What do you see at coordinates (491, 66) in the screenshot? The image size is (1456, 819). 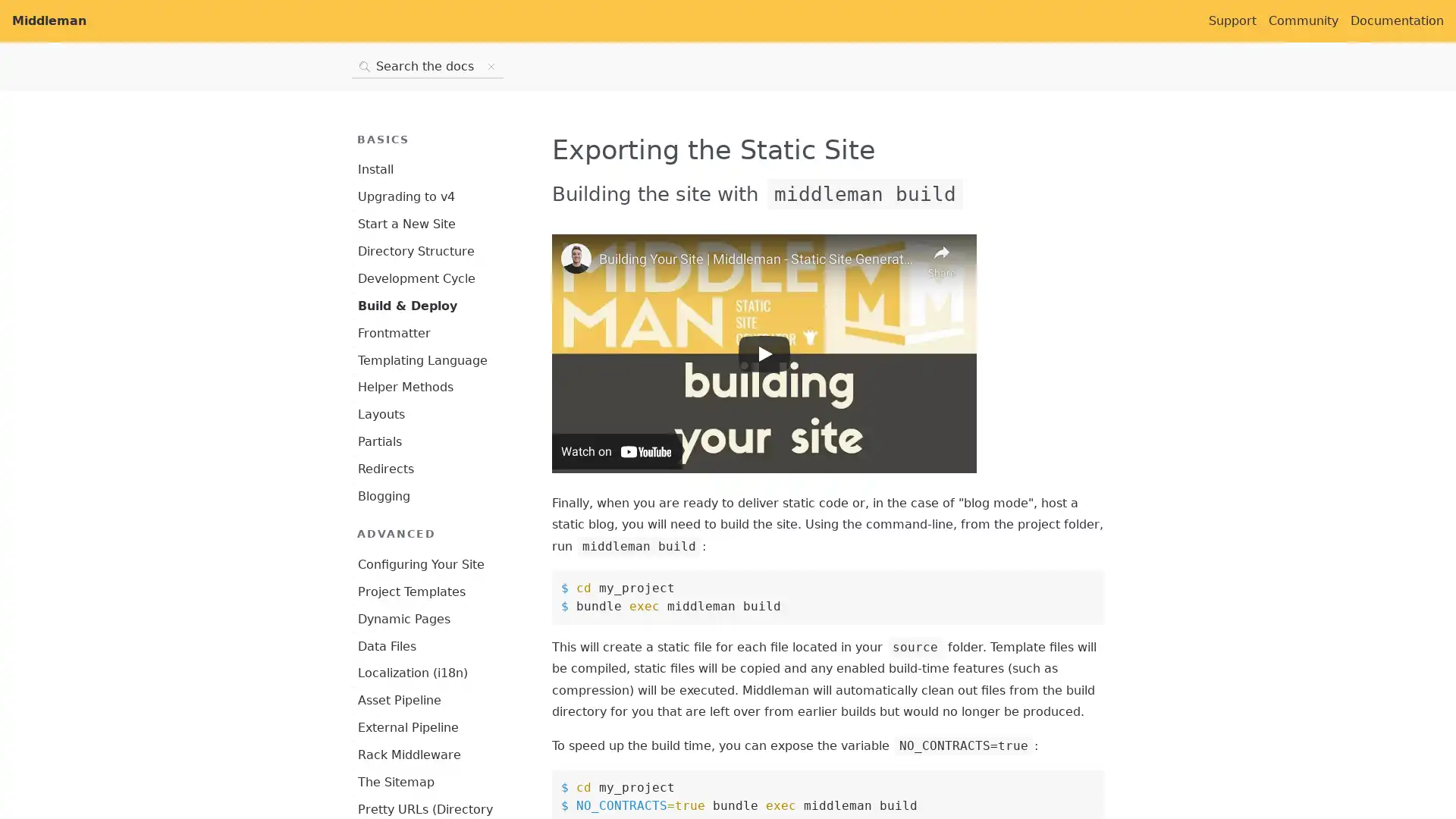 I see `Reset` at bounding box center [491, 66].